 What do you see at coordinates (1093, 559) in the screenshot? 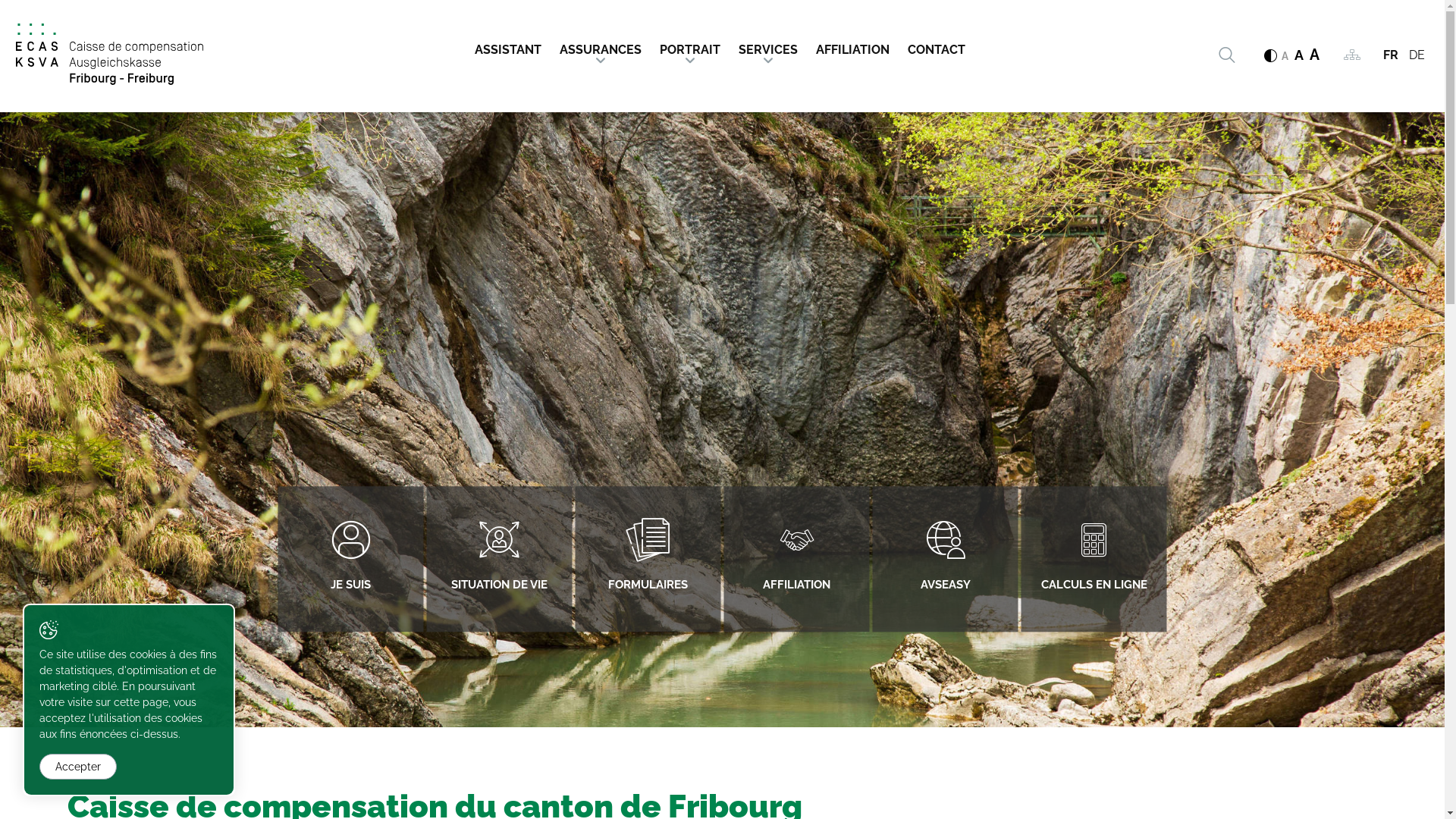
I see `'CALCULS EN LIGNE'` at bounding box center [1093, 559].